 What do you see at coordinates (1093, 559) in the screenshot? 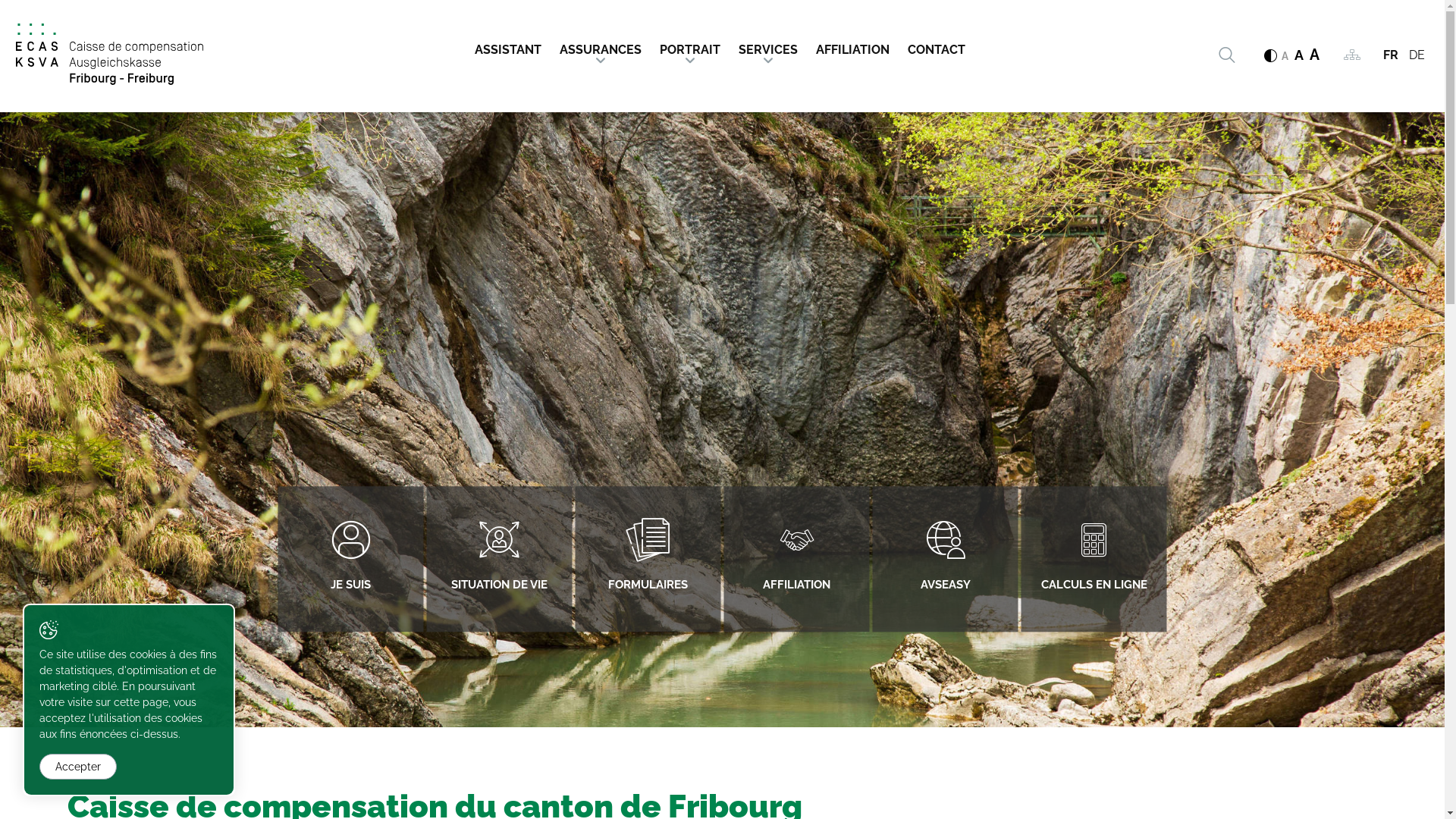
I see `'CALCULS EN LIGNE'` at bounding box center [1093, 559].